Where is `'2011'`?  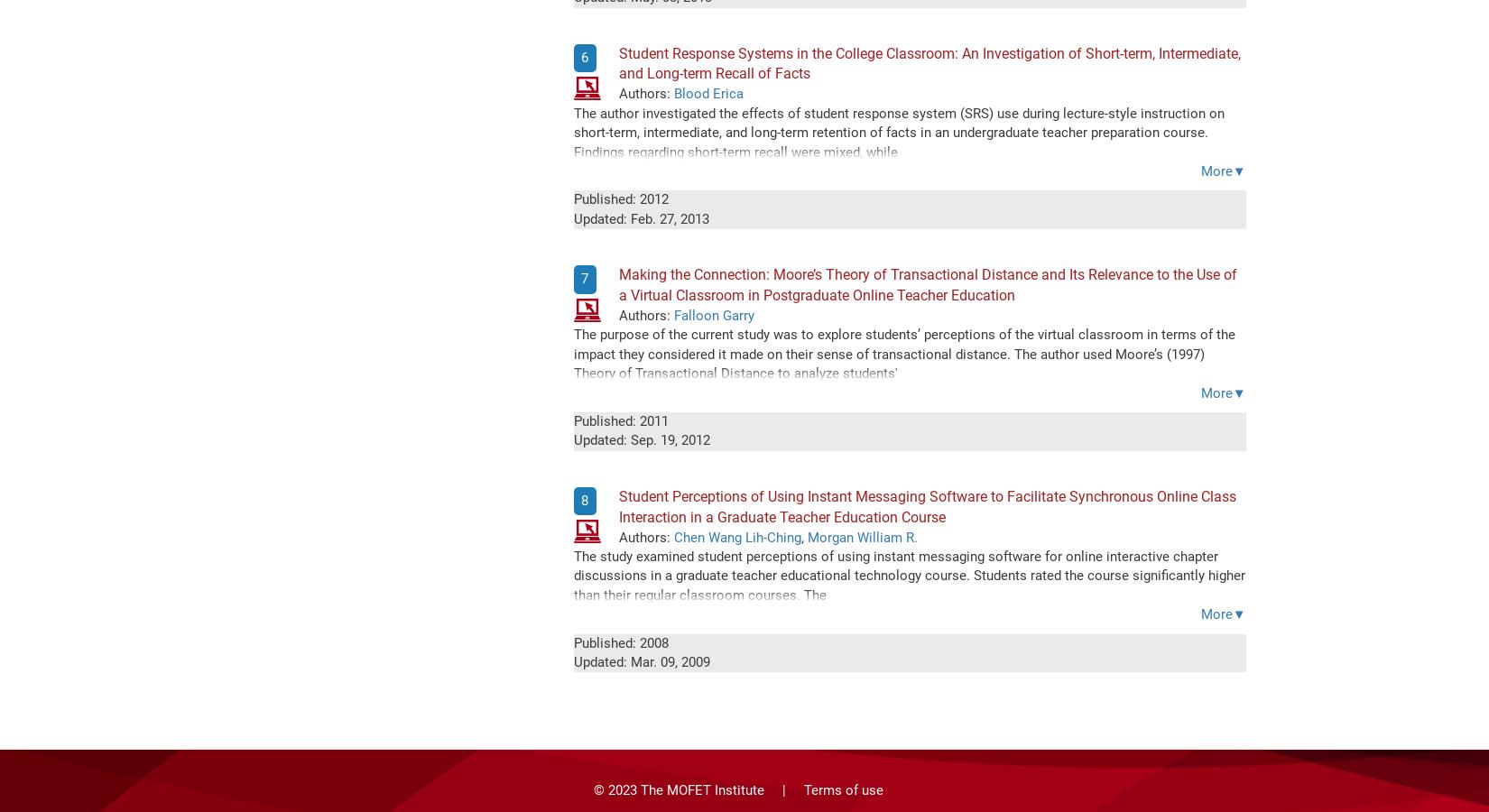
'2011' is located at coordinates (652, 420).